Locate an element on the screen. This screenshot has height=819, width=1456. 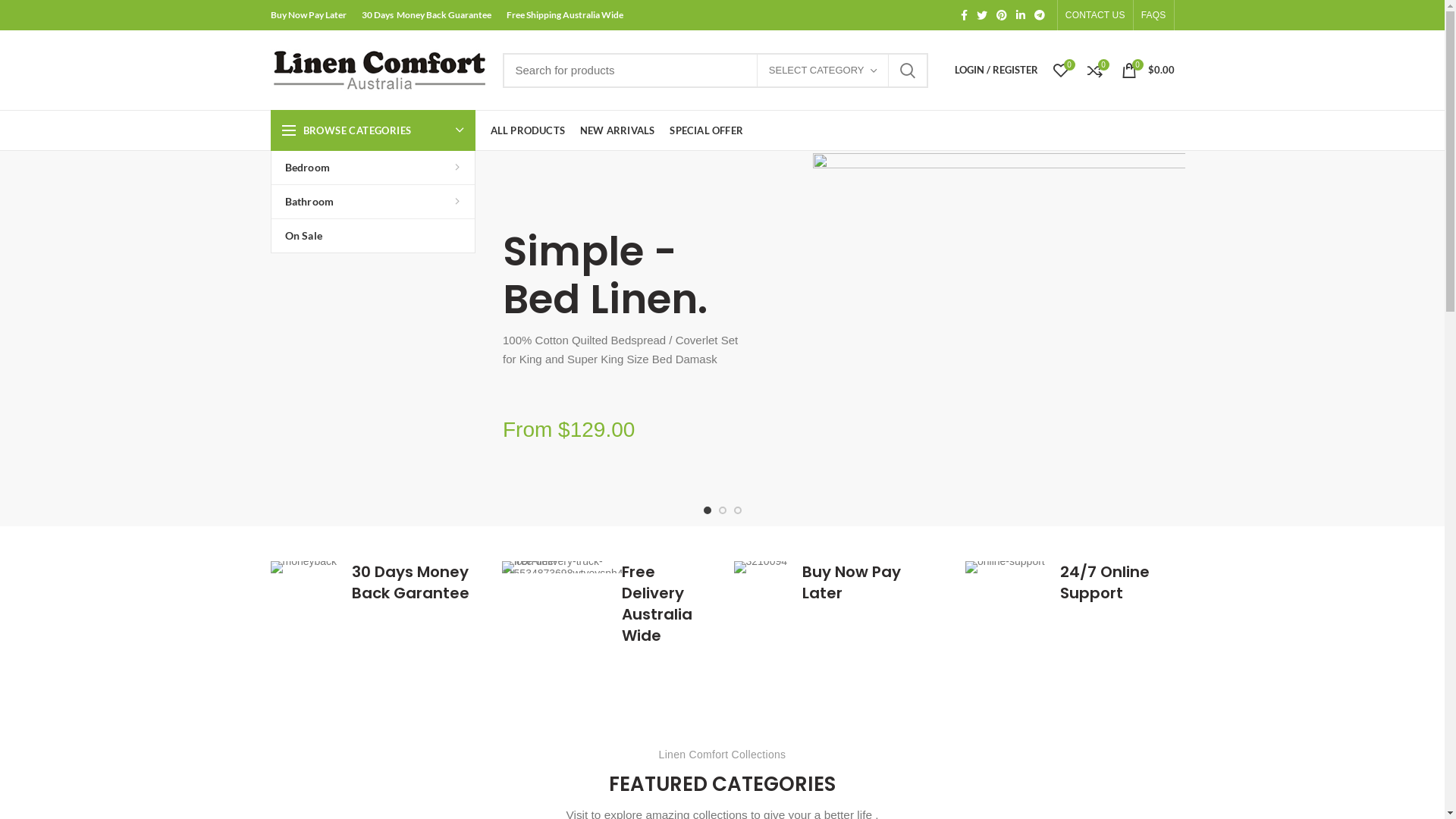
'Bedroom' is located at coordinates (372, 167).